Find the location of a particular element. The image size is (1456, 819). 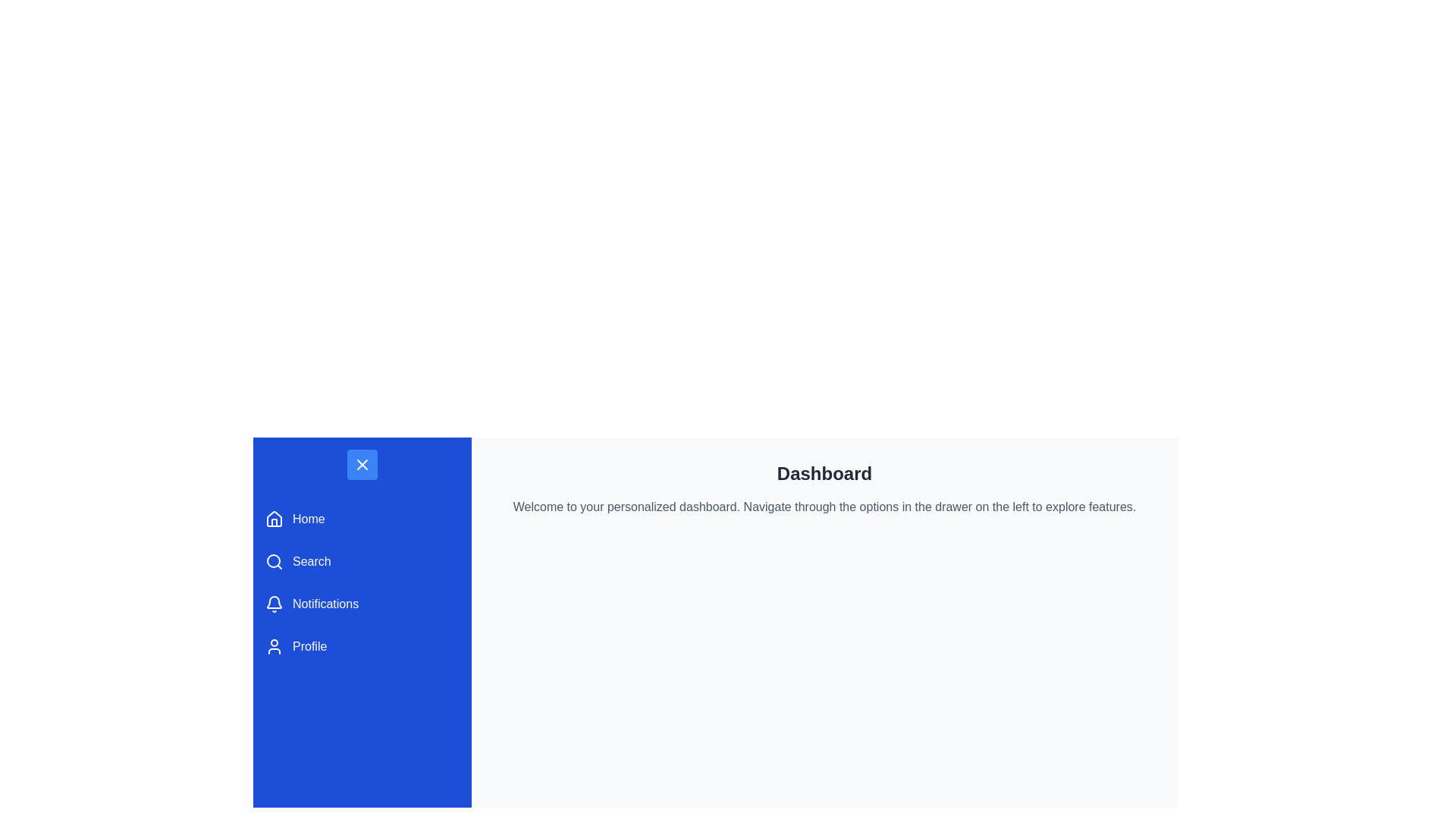

the 'Search' text label in the vertical navigation menu is located at coordinates (311, 561).